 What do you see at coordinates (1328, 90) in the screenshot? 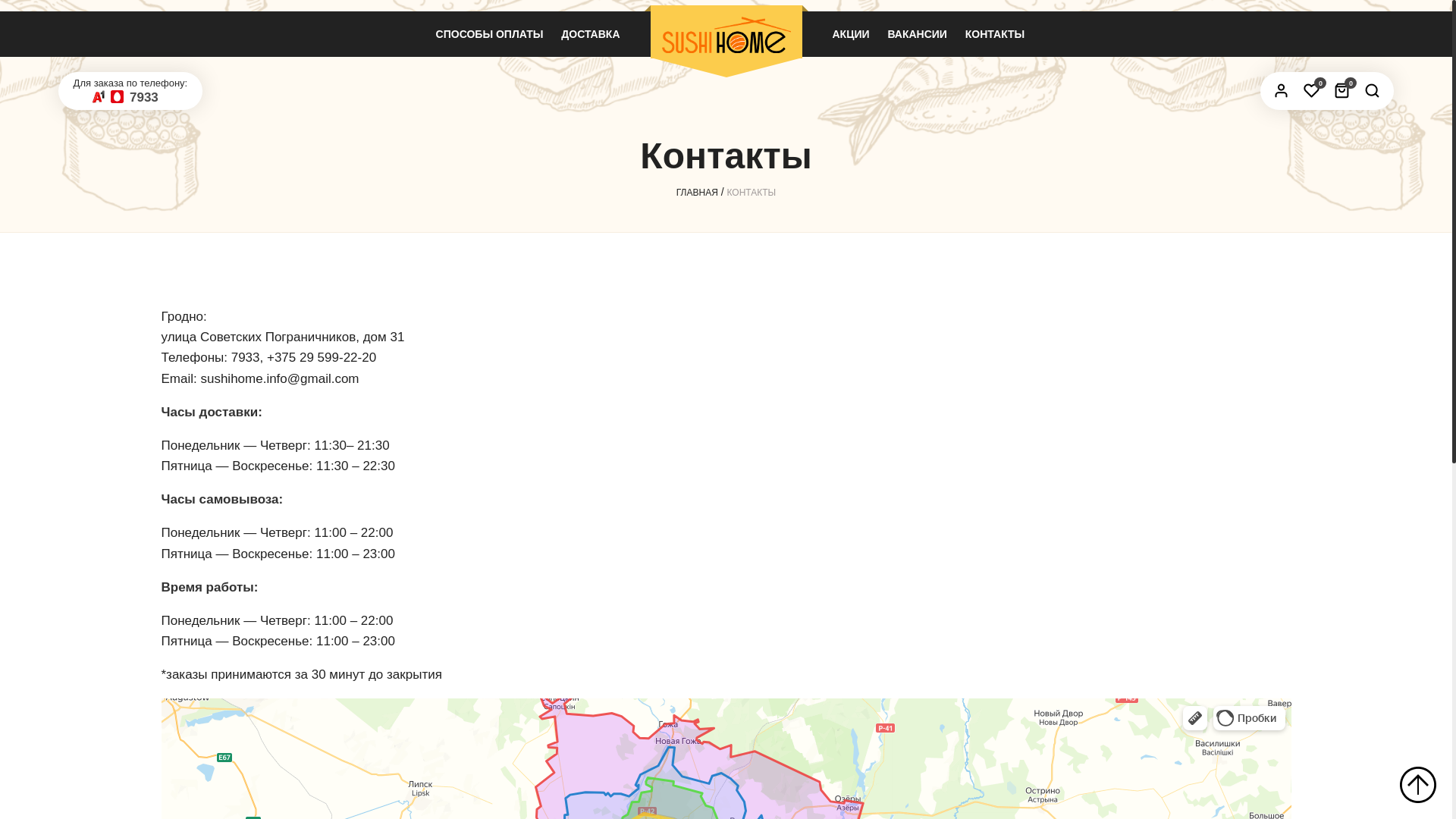
I see `'0'` at bounding box center [1328, 90].